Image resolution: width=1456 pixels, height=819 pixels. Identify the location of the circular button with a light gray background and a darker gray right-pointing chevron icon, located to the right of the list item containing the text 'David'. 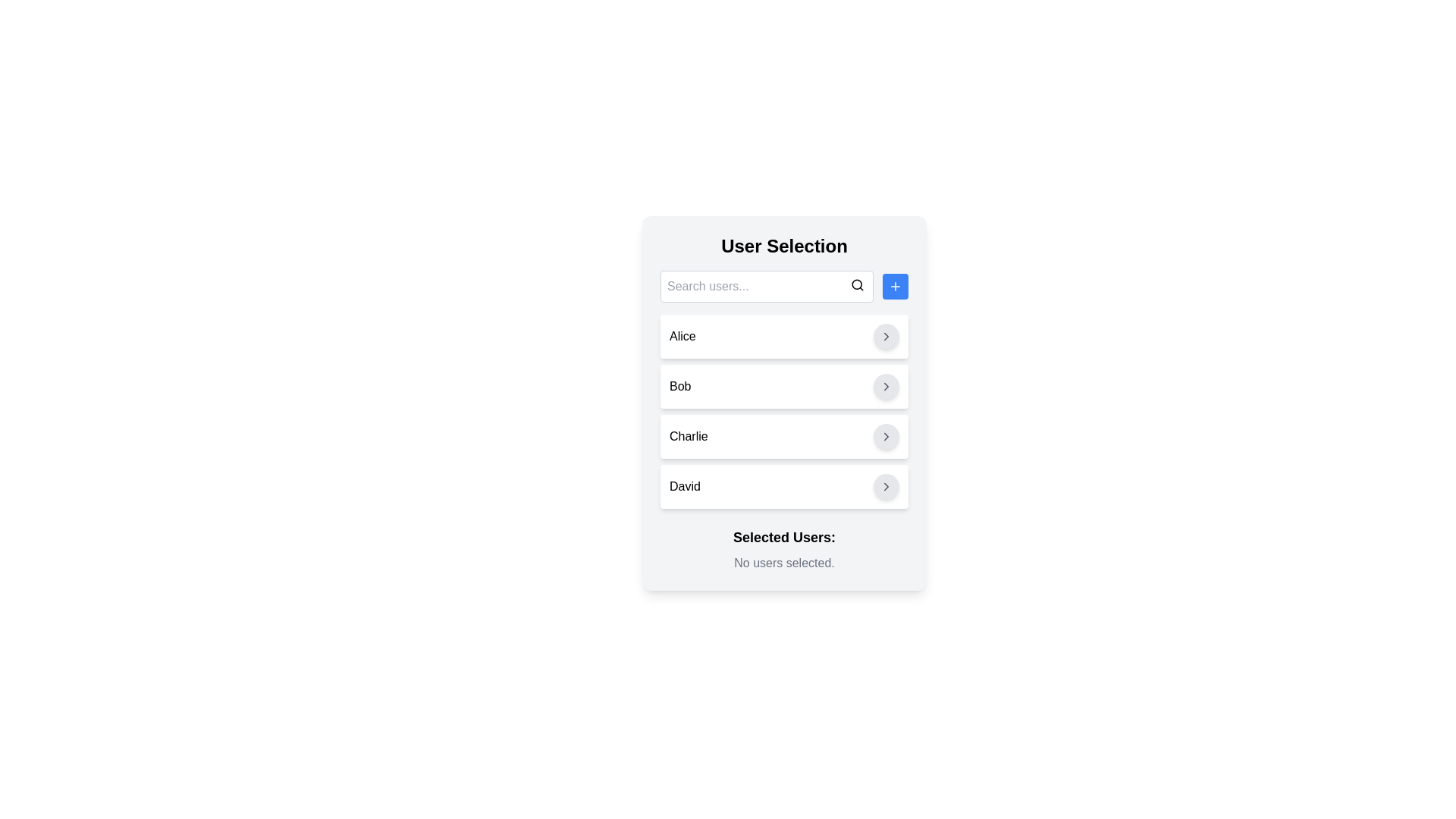
(886, 486).